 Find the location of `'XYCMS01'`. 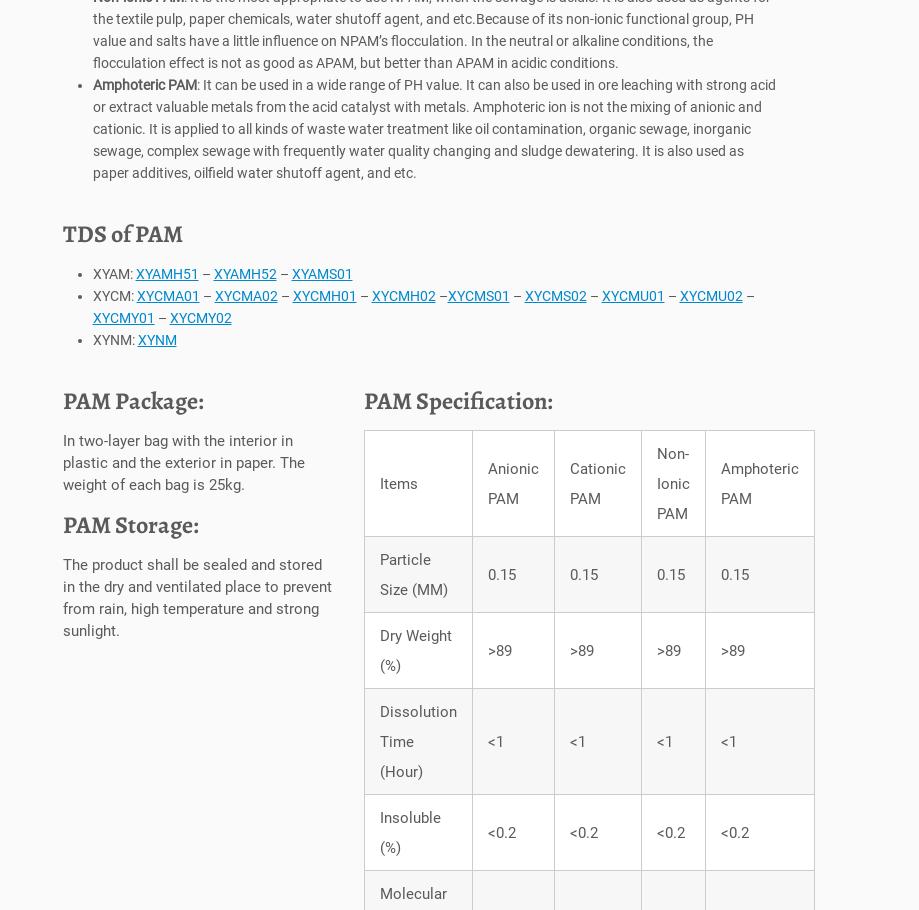

'XYCMS01' is located at coordinates (476, 301).